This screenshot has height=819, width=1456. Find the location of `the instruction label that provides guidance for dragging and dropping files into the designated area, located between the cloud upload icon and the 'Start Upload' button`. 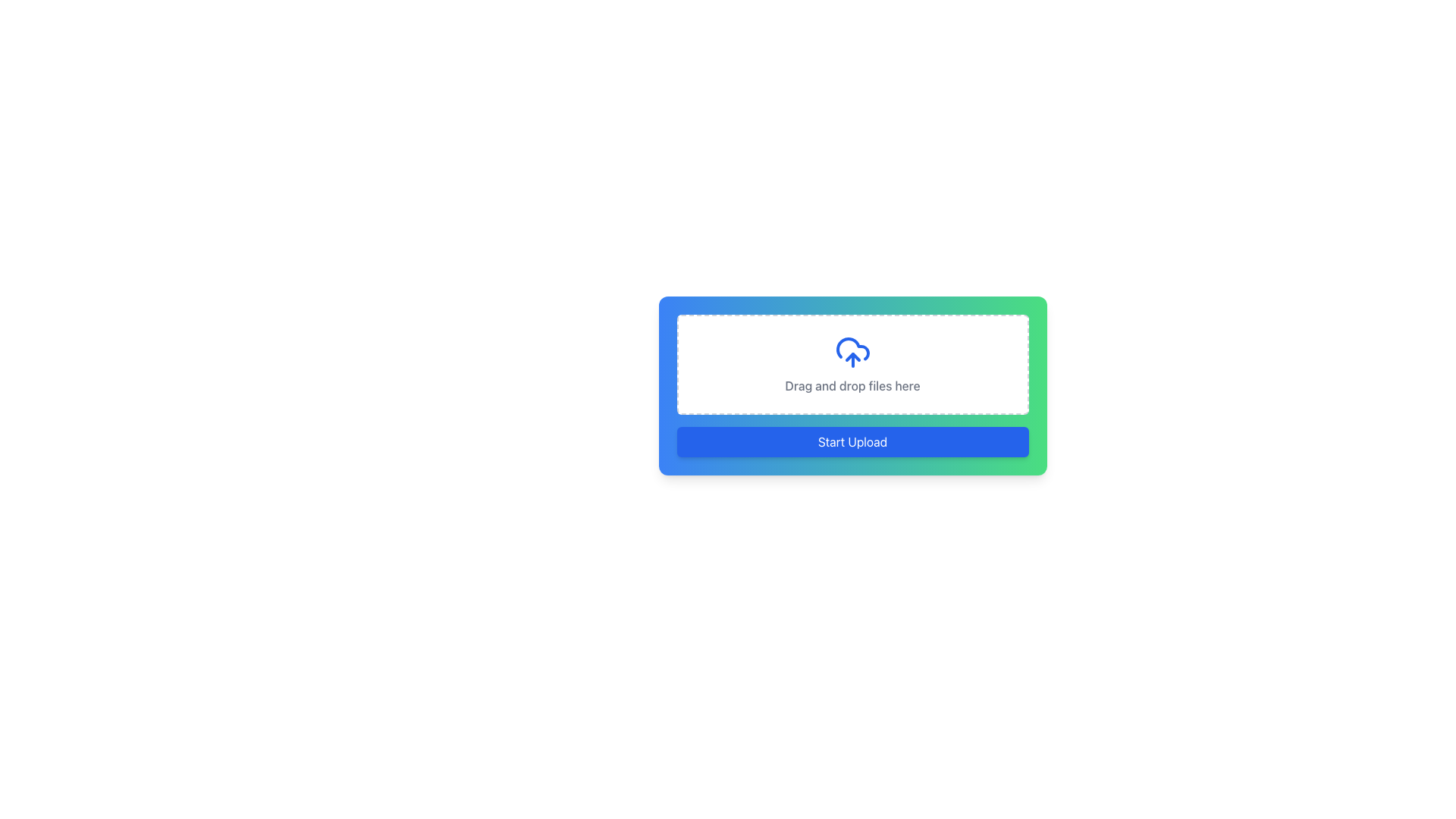

the instruction label that provides guidance for dragging and dropping files into the designated area, located between the cloud upload icon and the 'Start Upload' button is located at coordinates (852, 385).